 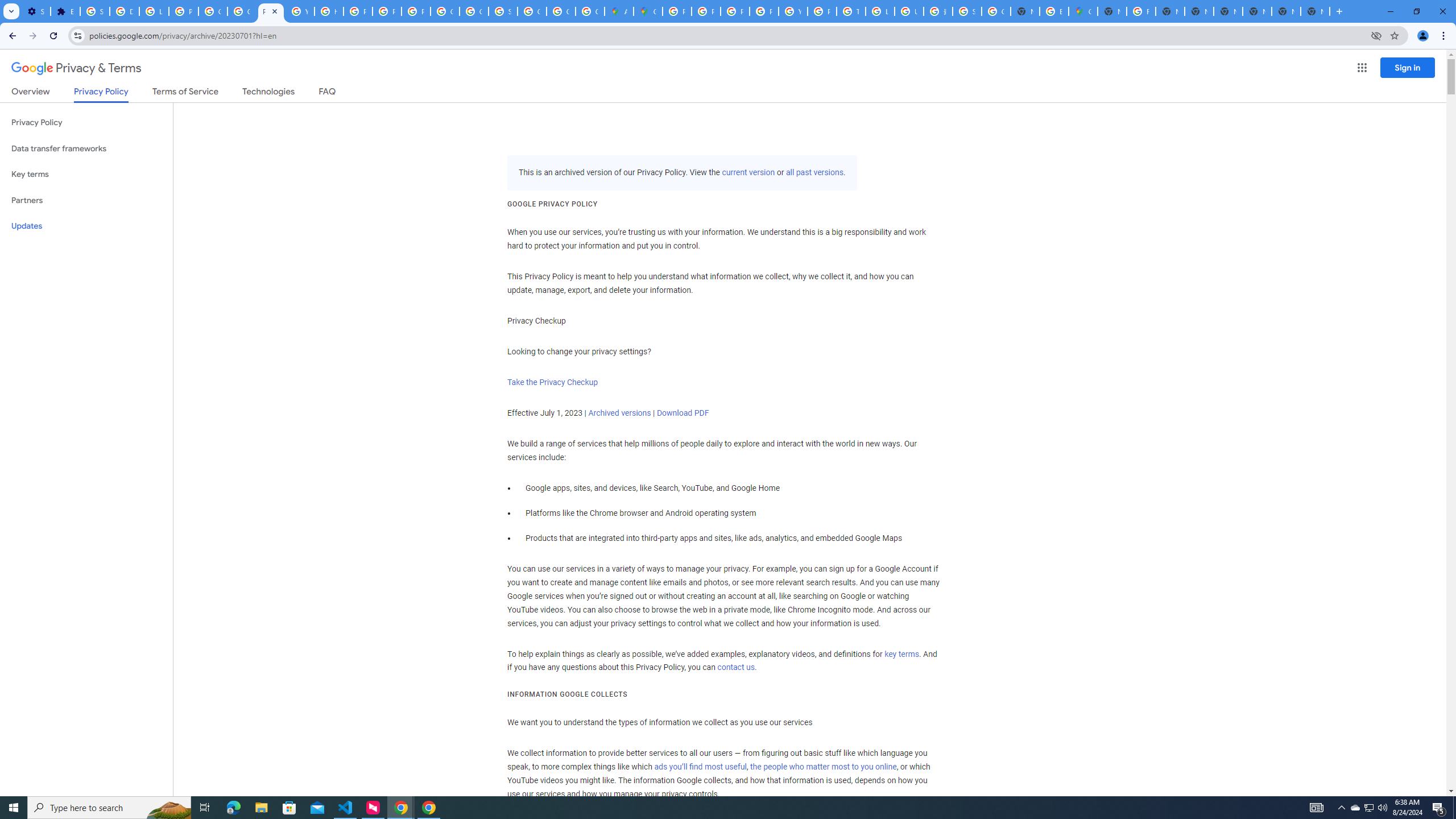 What do you see at coordinates (851, 11) in the screenshot?
I see `'Tips & tricks for Chrome - Google Chrome Help'` at bounding box center [851, 11].